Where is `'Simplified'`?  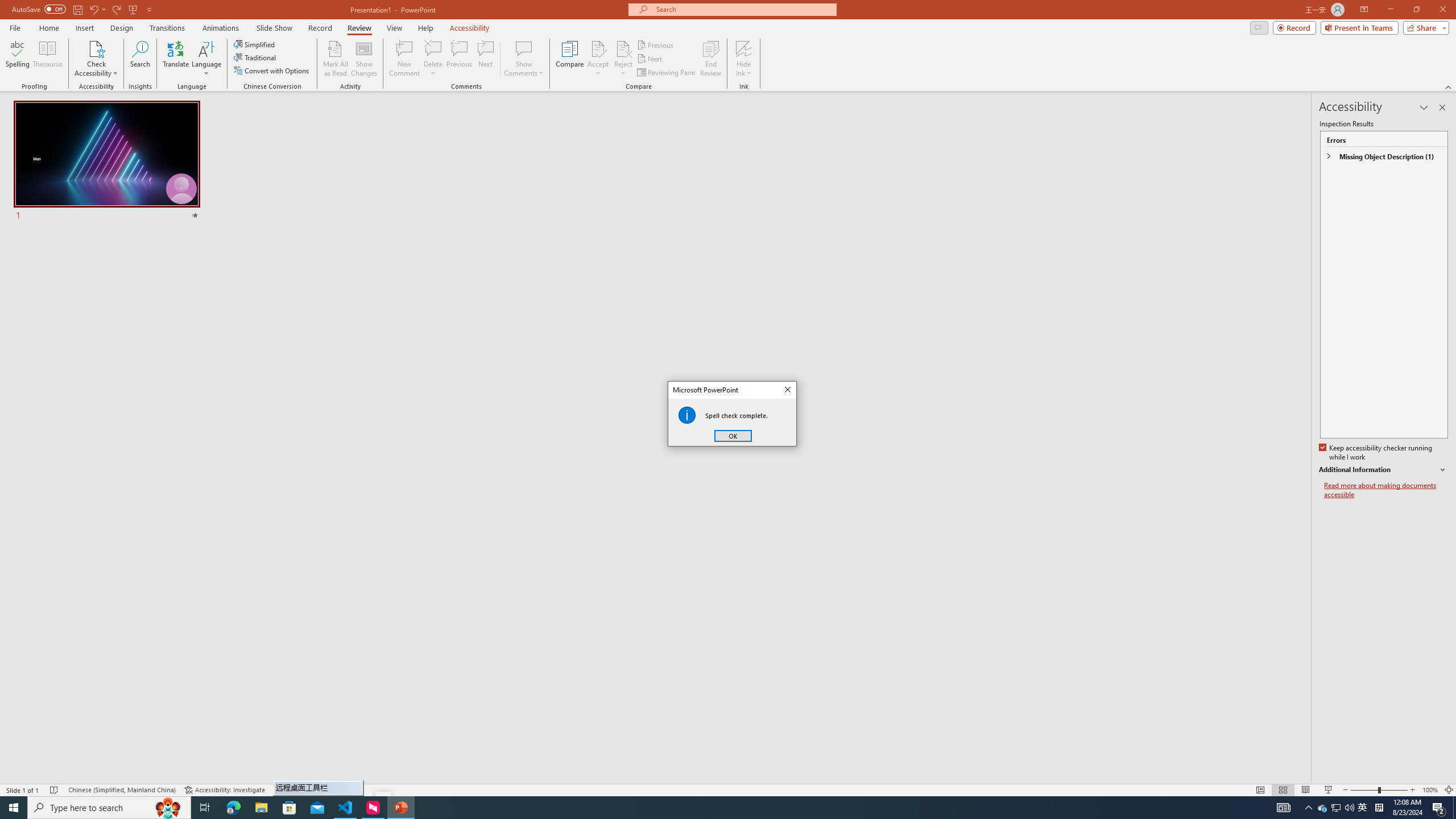
'Simplified' is located at coordinates (255, 44).